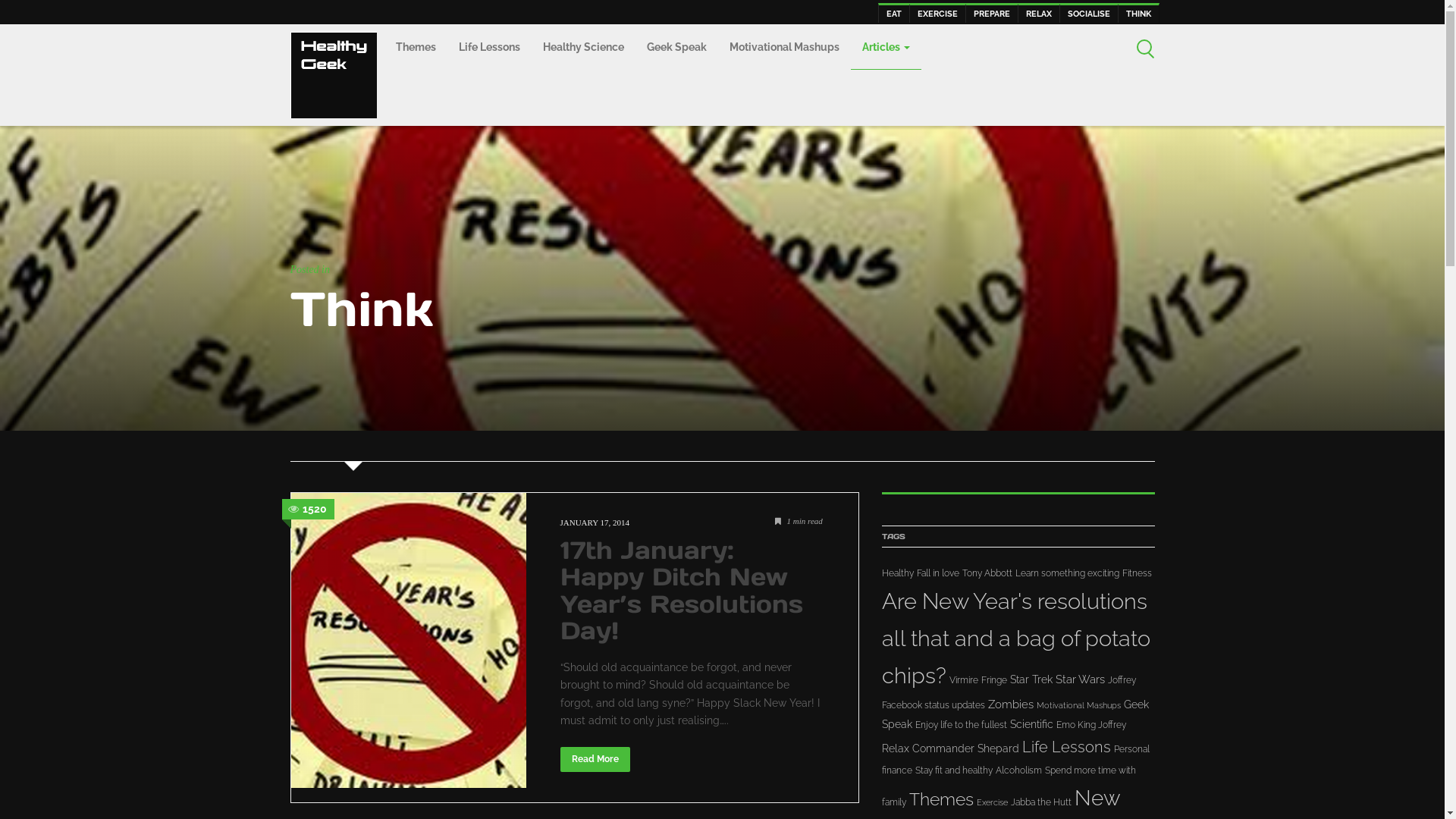  What do you see at coordinates (1055, 678) in the screenshot?
I see `'Star Wars'` at bounding box center [1055, 678].